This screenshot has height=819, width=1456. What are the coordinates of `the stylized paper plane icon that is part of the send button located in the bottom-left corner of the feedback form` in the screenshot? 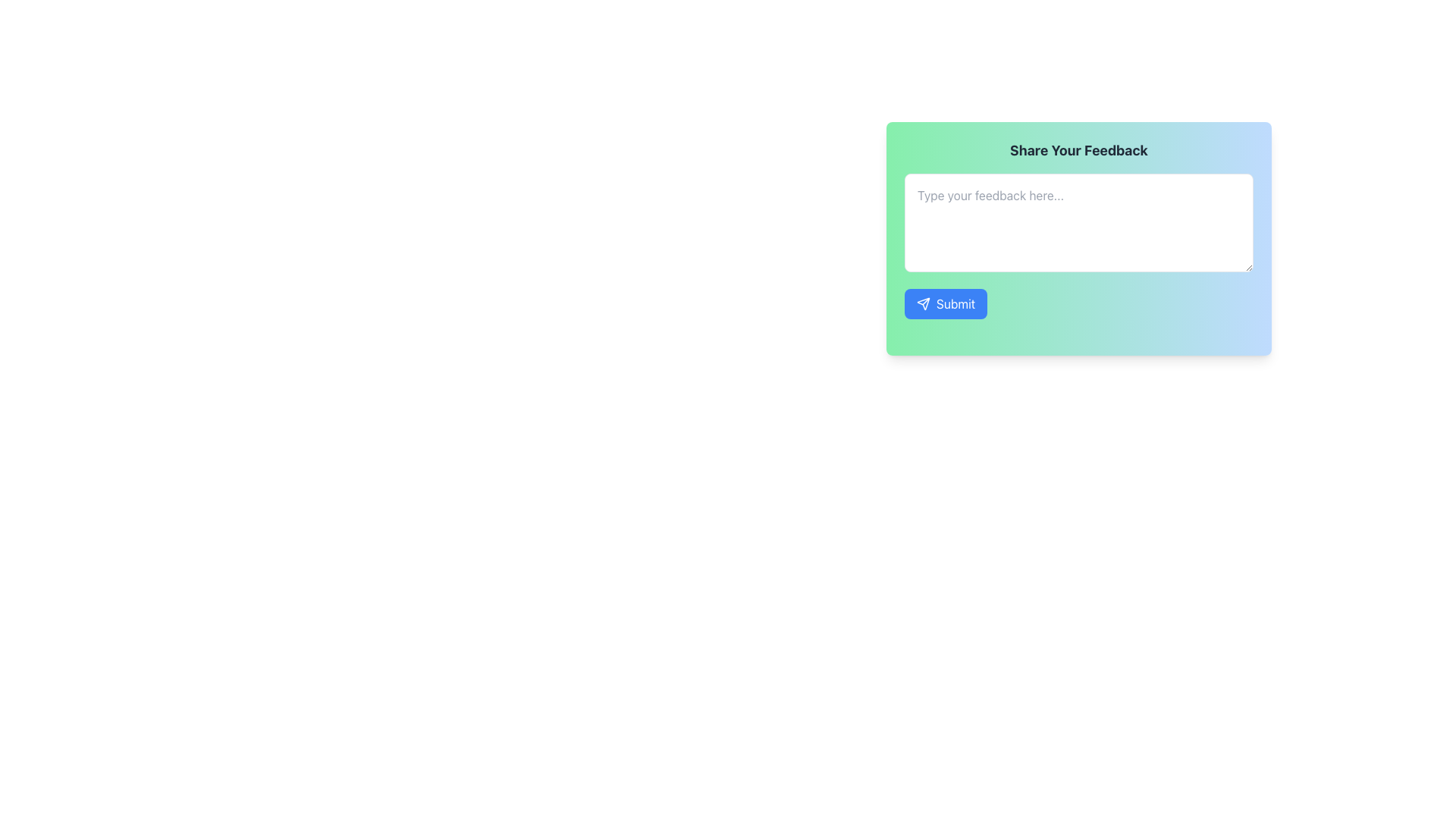 It's located at (923, 304).